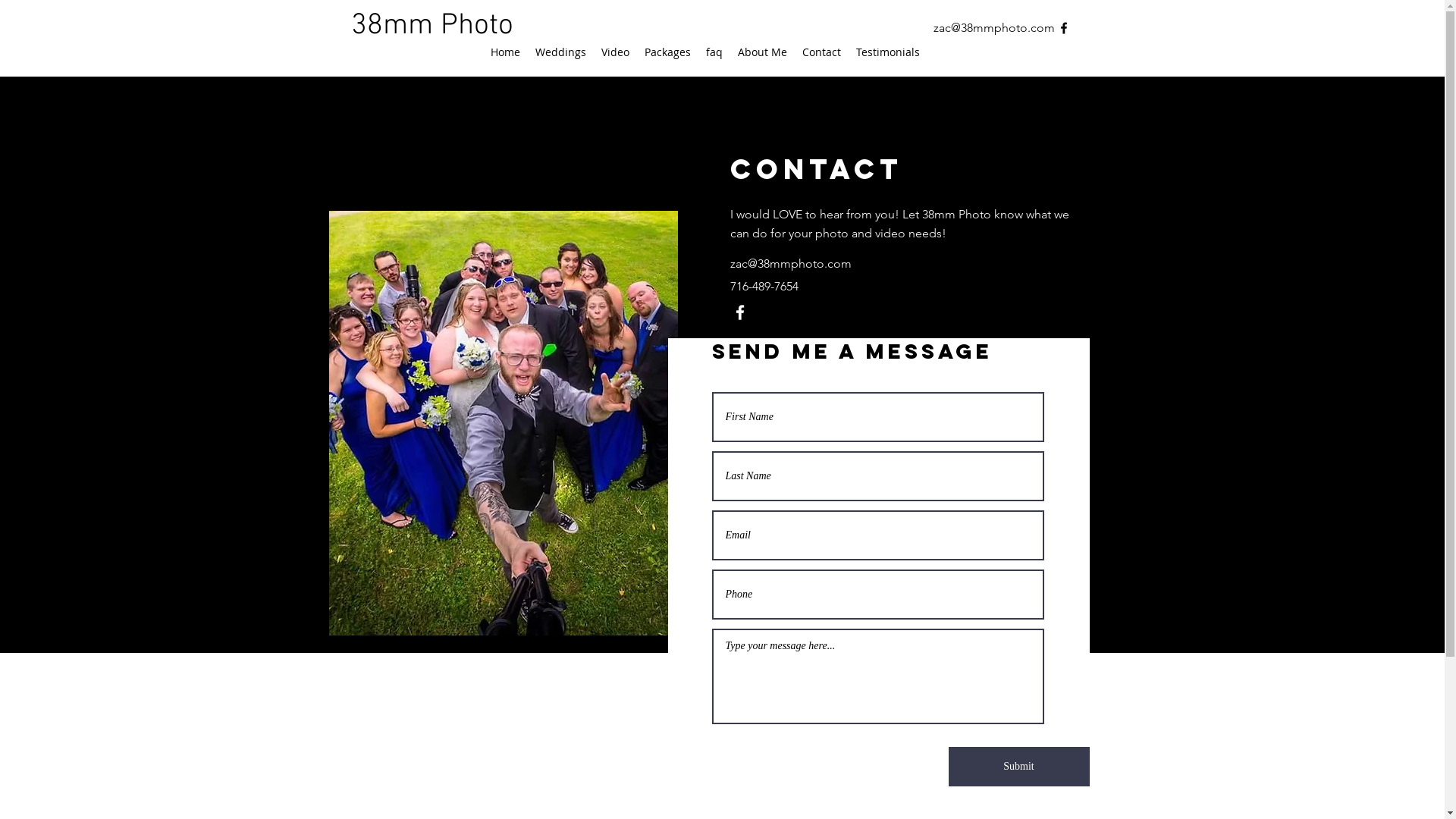  I want to click on 'Submit', so click(1018, 766).